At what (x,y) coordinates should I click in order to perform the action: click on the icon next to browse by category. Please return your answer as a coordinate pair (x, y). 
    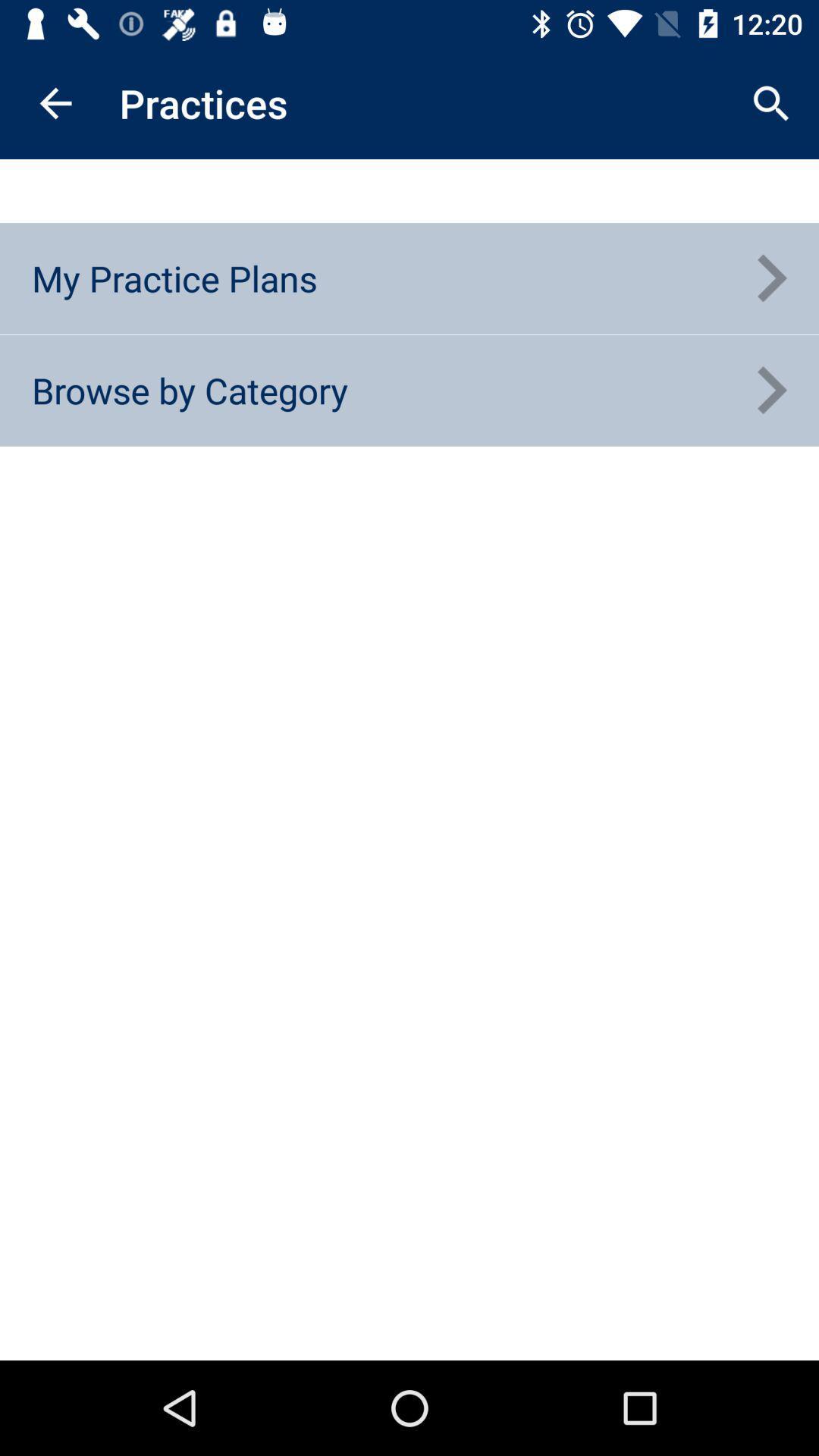
    Looking at the image, I should click on (771, 391).